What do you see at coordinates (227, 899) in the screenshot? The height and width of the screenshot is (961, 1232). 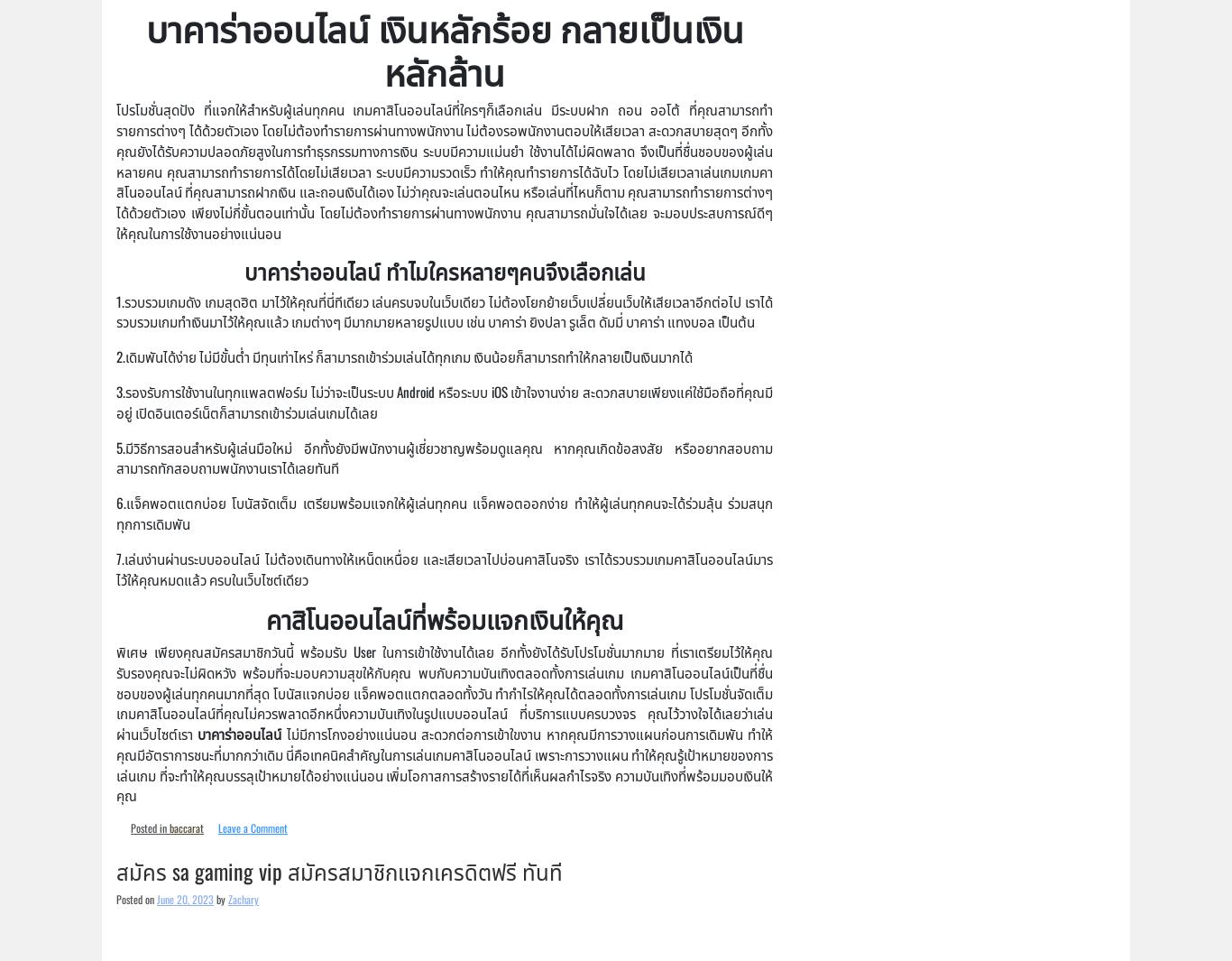 I see `'Zachary'` at bounding box center [227, 899].